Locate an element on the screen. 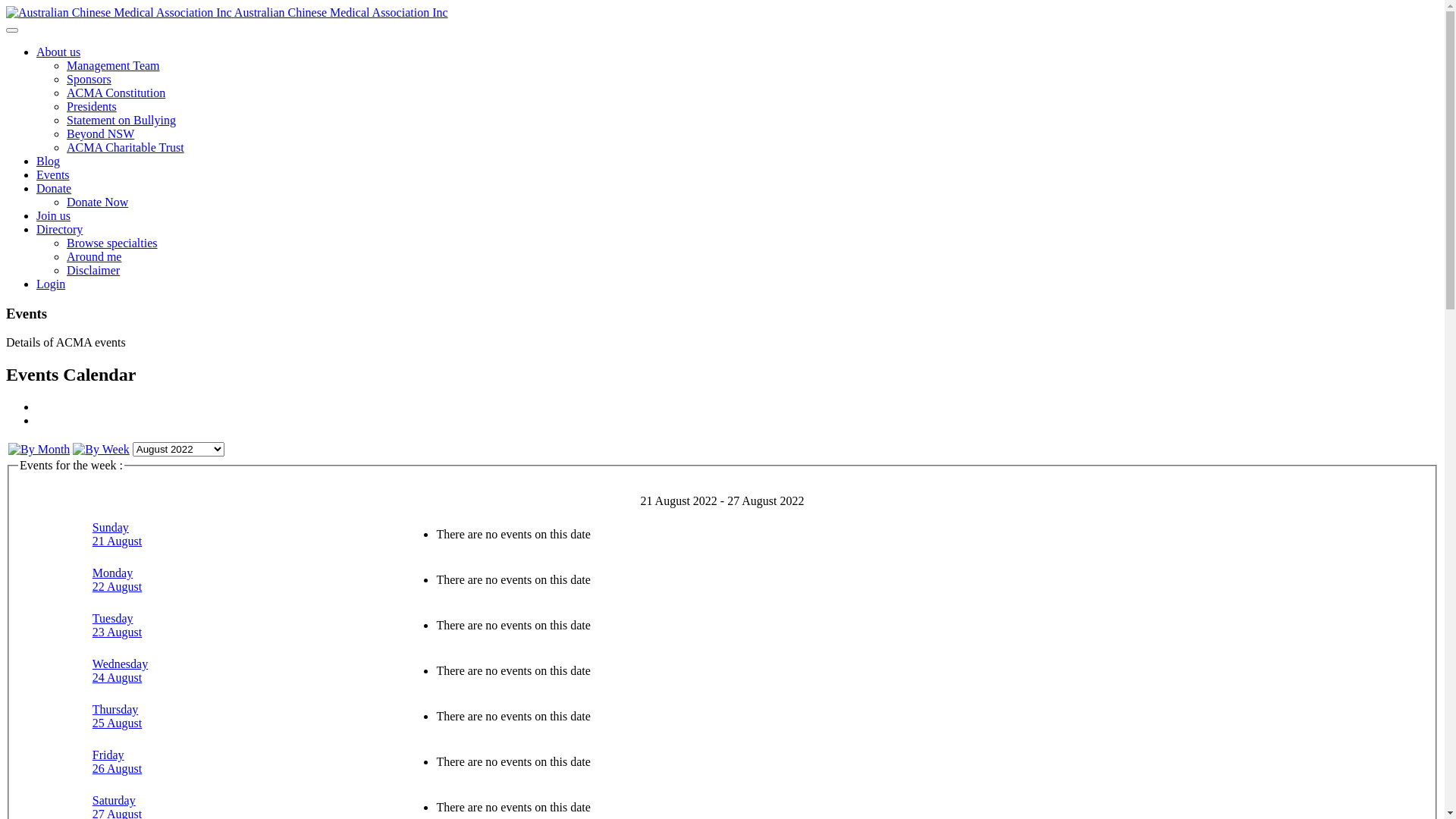 This screenshot has height=819, width=1456. 'By Week' is located at coordinates (100, 448).